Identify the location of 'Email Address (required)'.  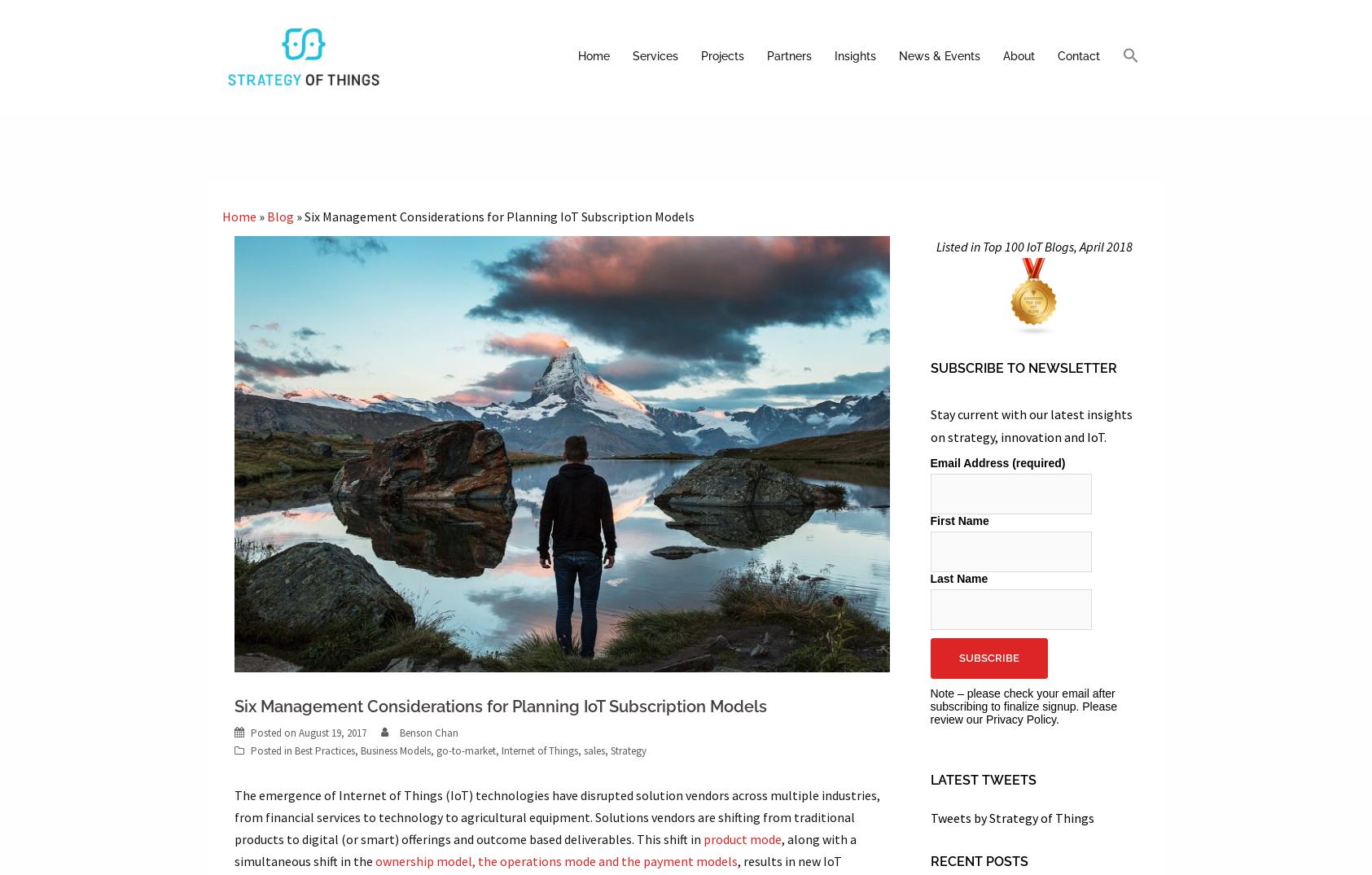
(928, 462).